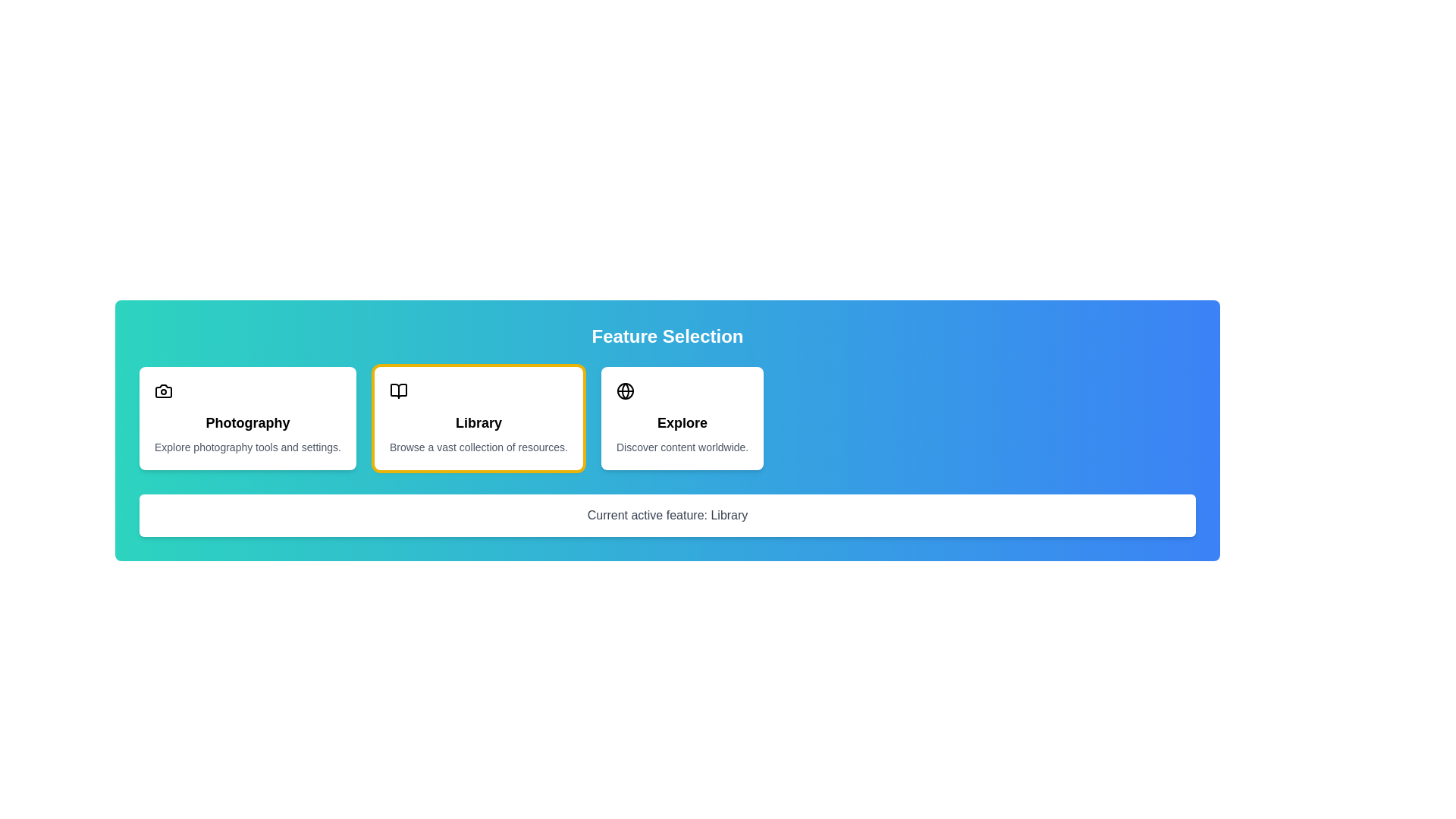 Image resolution: width=1456 pixels, height=819 pixels. What do you see at coordinates (398, 391) in the screenshot?
I see `the open book icon located at the top-left corner of the 'Library' card as a visual identifier` at bounding box center [398, 391].